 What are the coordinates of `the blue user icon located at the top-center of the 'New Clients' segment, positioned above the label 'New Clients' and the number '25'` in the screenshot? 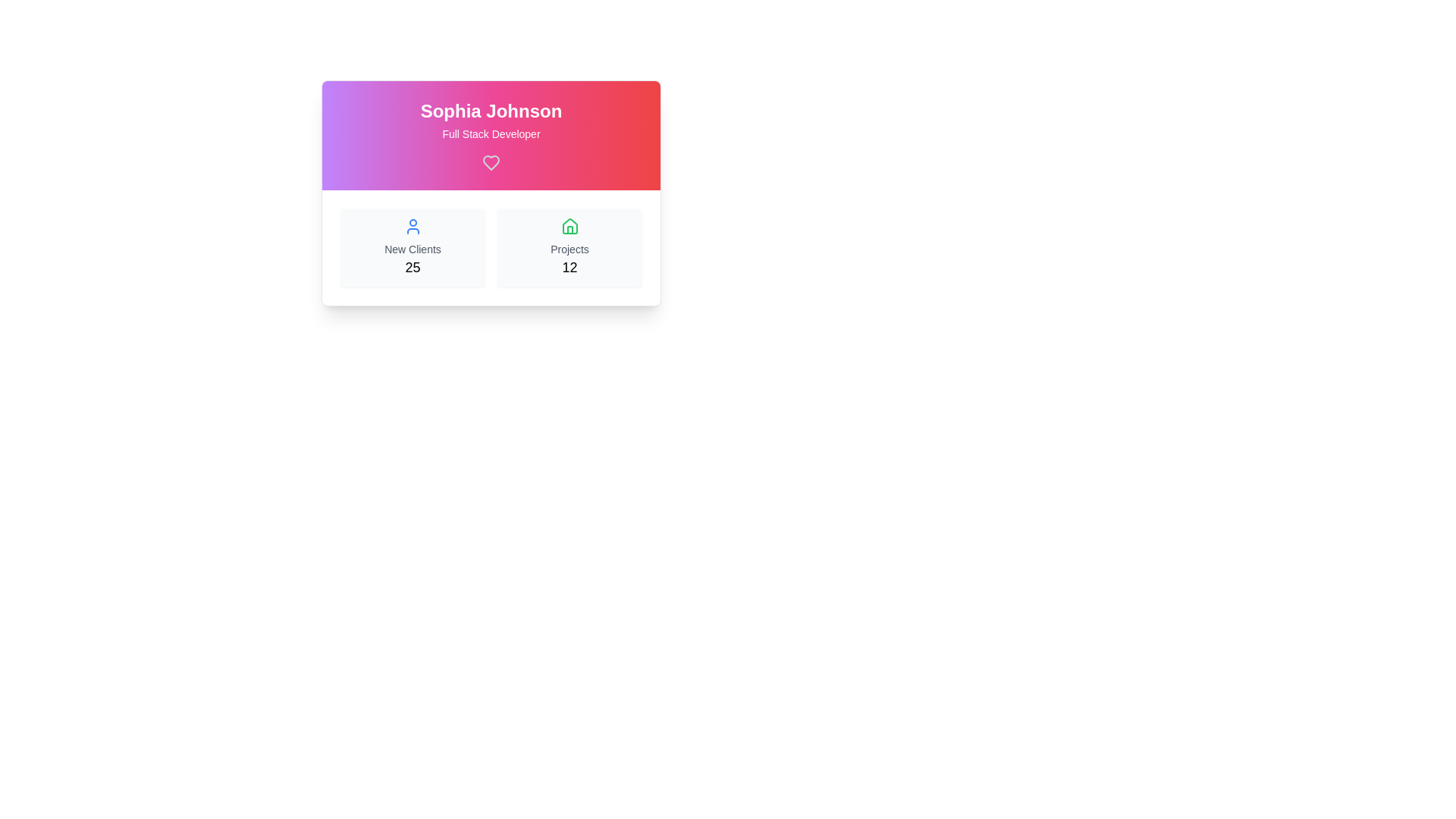 It's located at (413, 227).